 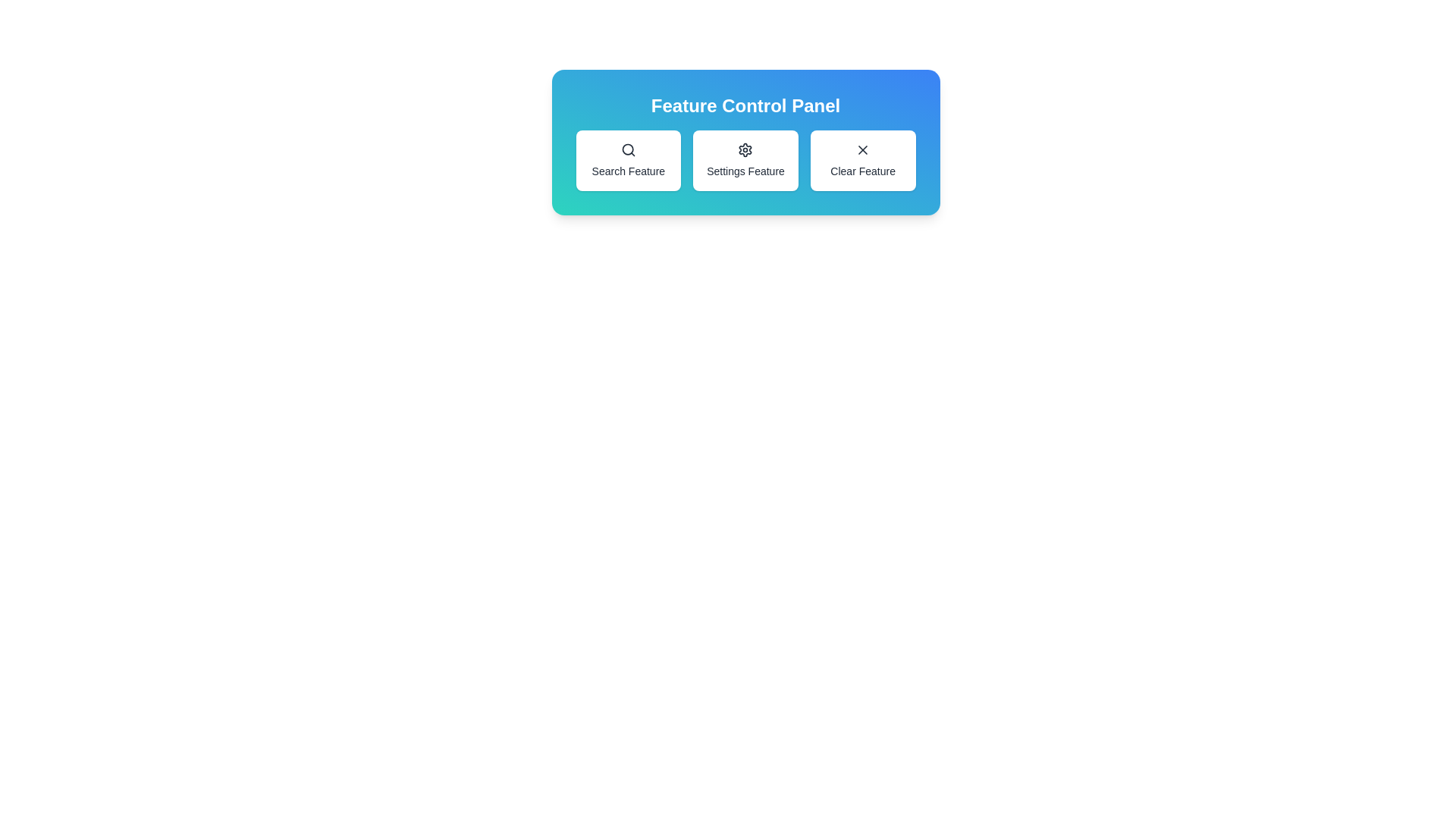 I want to click on the settings icon located in the central column of the 'Feature Control Panel' within the 'Settings Feature' panel, so click(x=745, y=149).